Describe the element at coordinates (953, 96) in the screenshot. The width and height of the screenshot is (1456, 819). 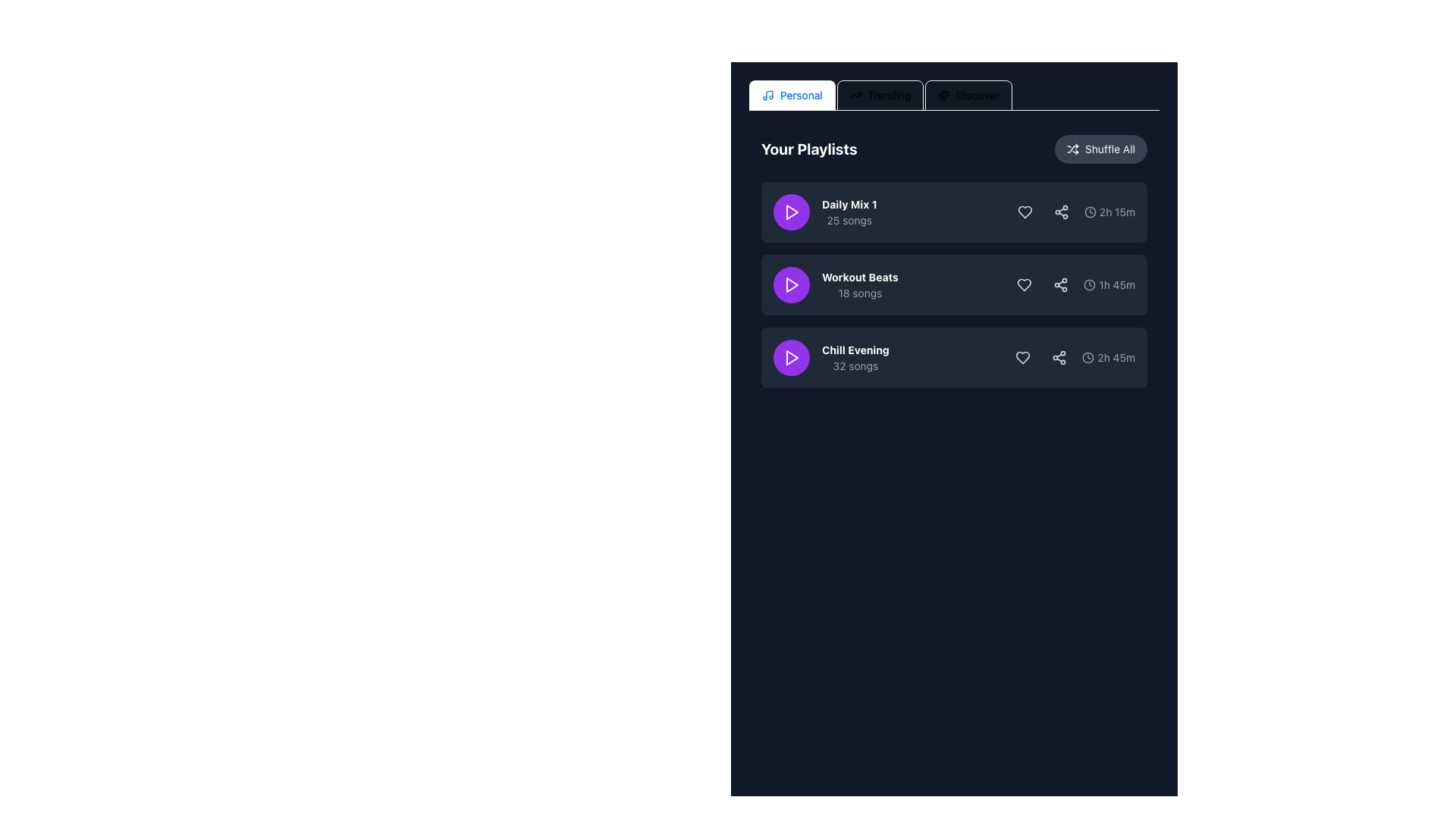
I see `the 'Discover' tab in the navigation tab bar` at that location.